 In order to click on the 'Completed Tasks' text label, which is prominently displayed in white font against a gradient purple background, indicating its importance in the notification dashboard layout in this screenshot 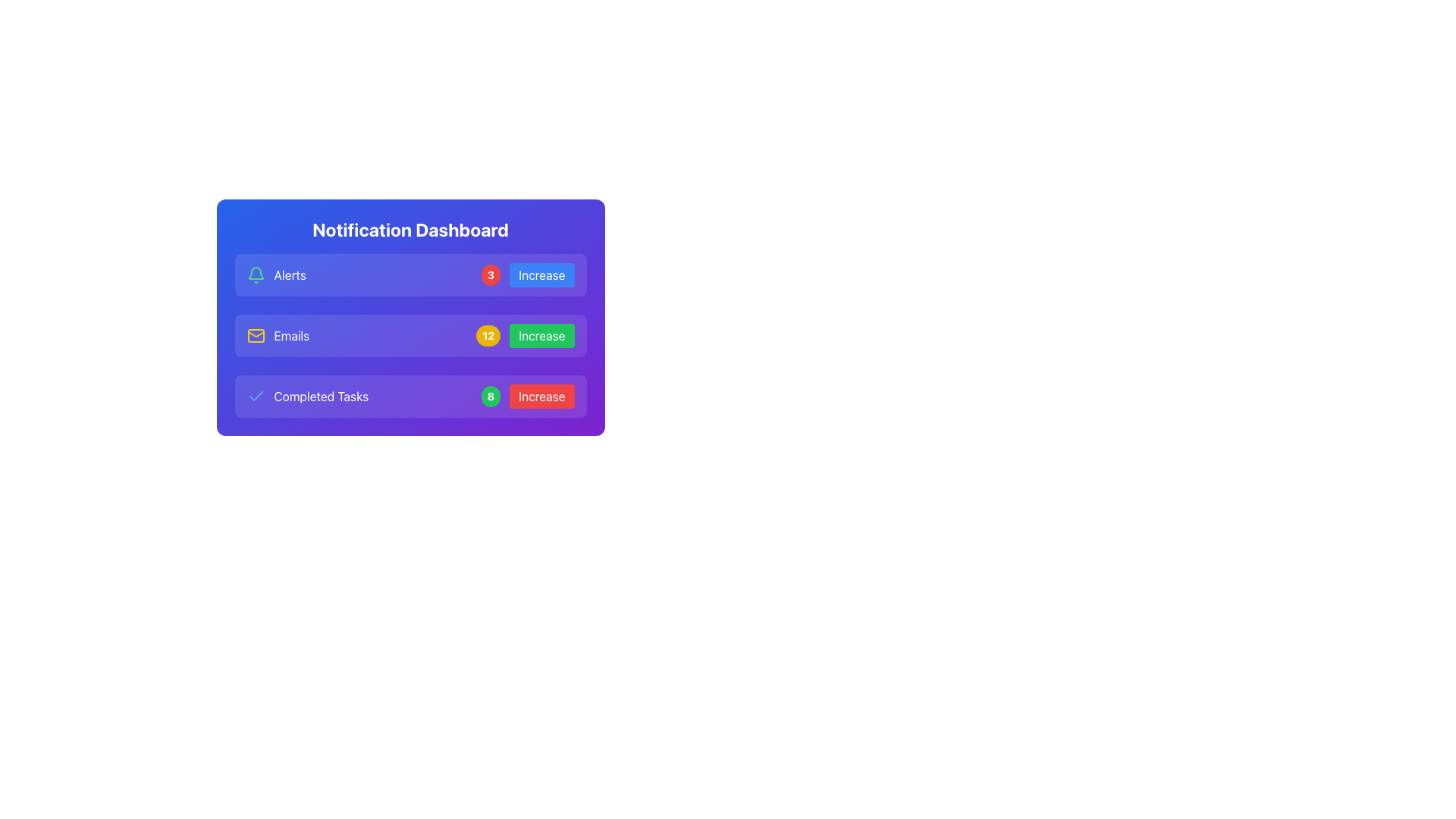, I will do `click(320, 396)`.